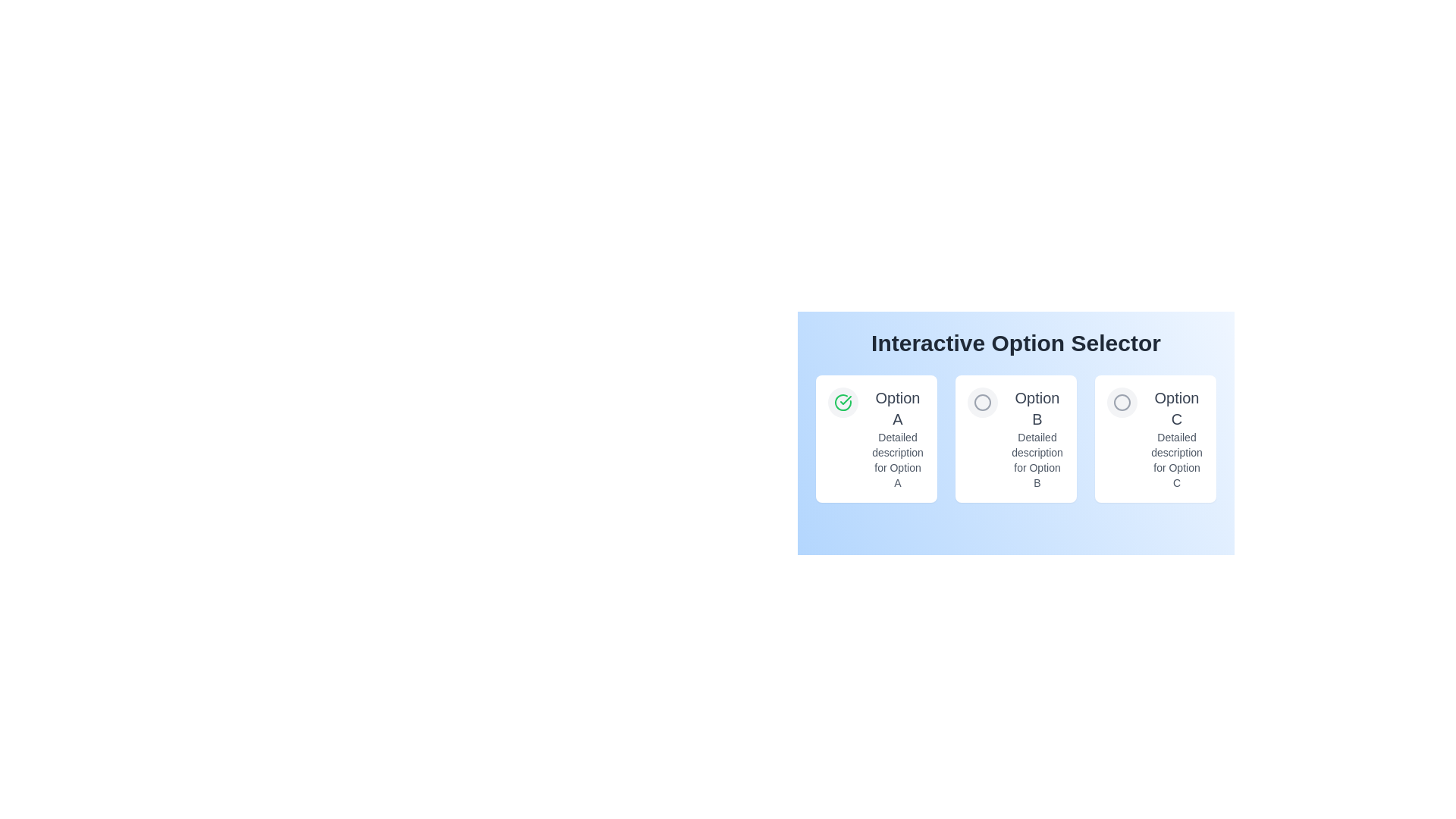  What do you see at coordinates (983, 402) in the screenshot?
I see `the 'Option B' radio button within the Interactive Option Selector interface to observe any tooltip that may appear` at bounding box center [983, 402].